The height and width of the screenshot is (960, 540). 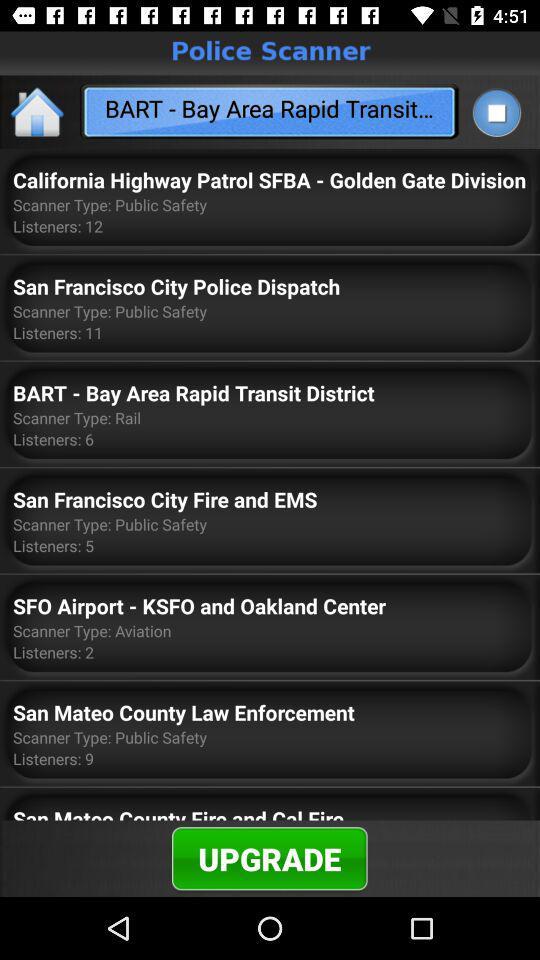 What do you see at coordinates (269, 857) in the screenshot?
I see `upgrade icon` at bounding box center [269, 857].